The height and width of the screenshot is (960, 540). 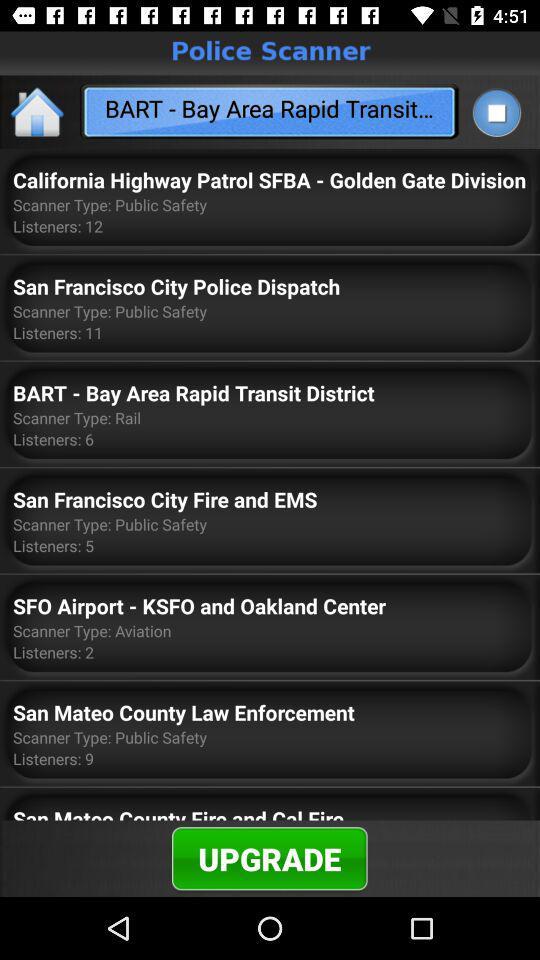 What do you see at coordinates (269, 857) in the screenshot?
I see `upgrade icon` at bounding box center [269, 857].